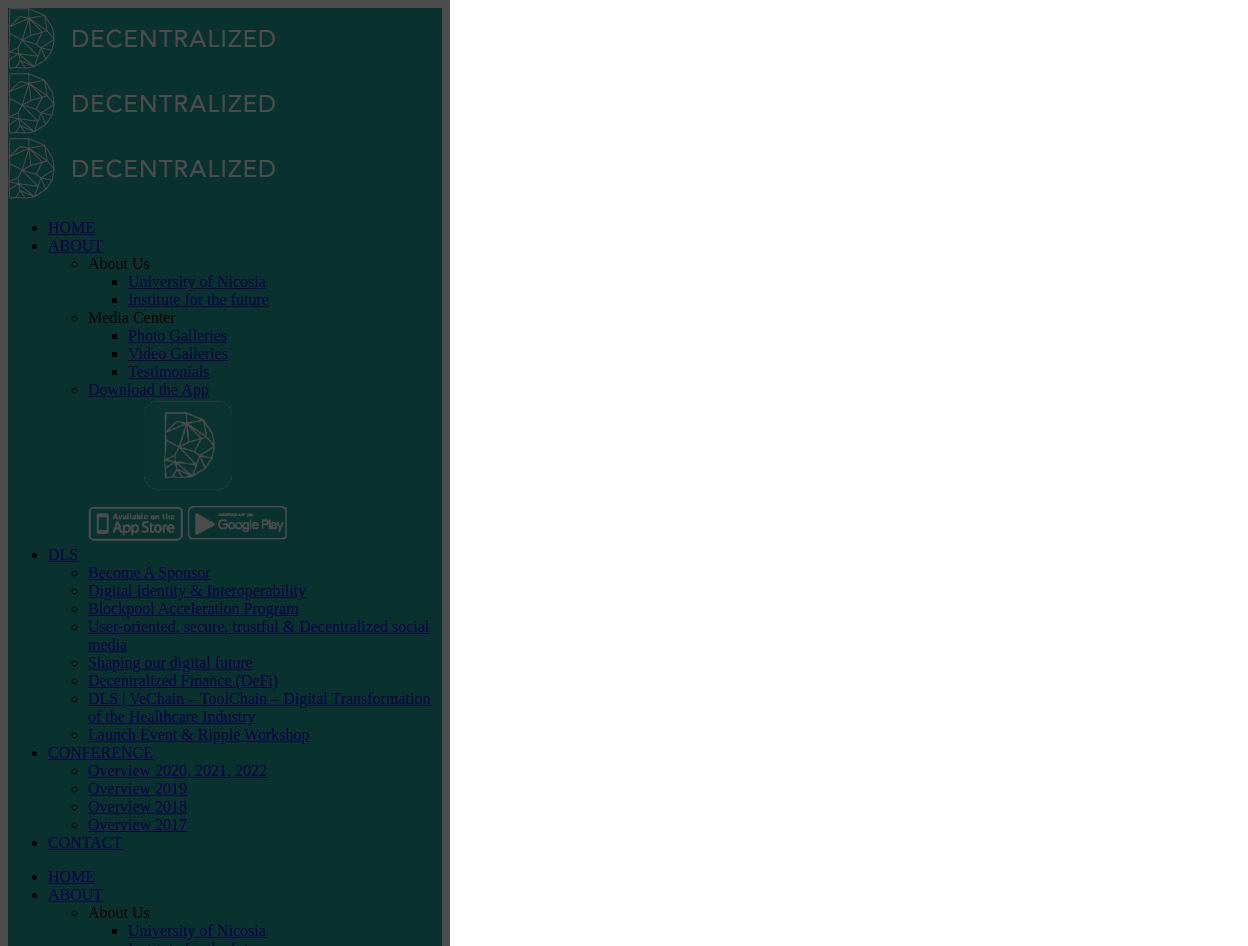 The width and height of the screenshot is (1248, 946). Describe the element at coordinates (137, 806) in the screenshot. I see `'Overview 2018'` at that location.